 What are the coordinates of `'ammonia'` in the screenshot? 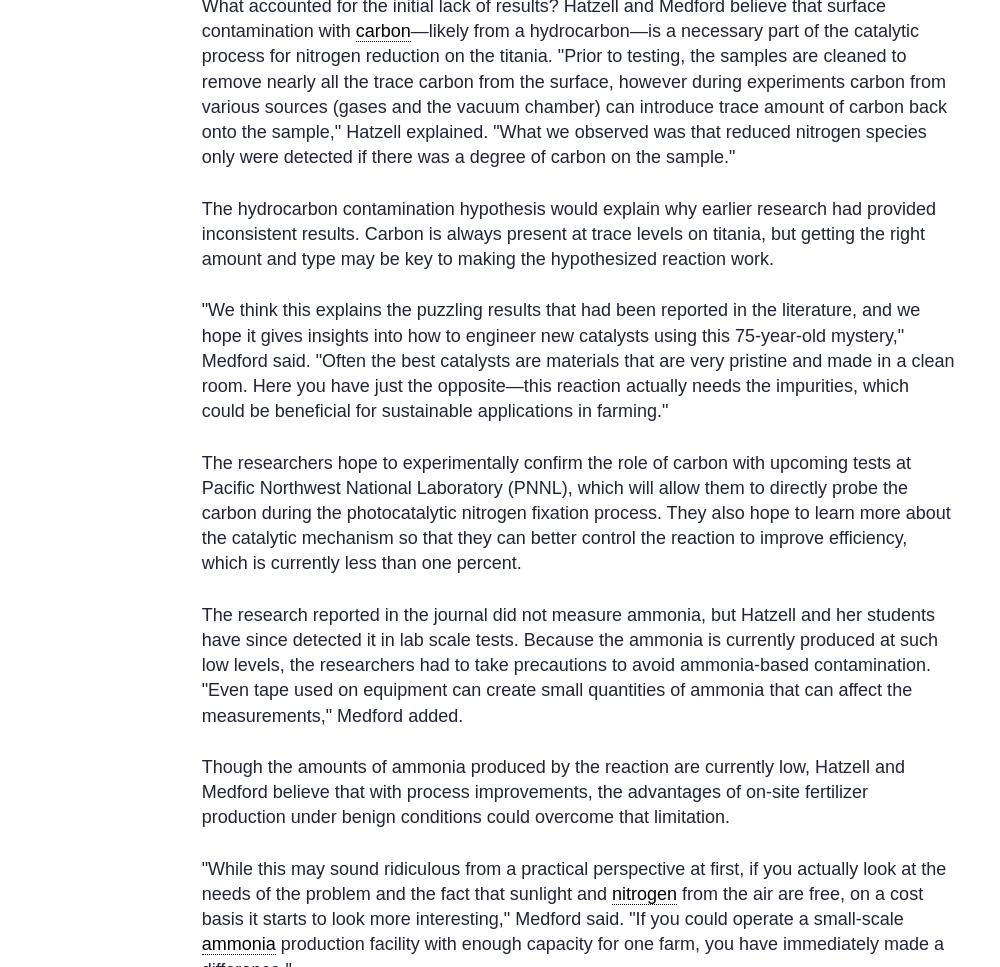 It's located at (237, 942).